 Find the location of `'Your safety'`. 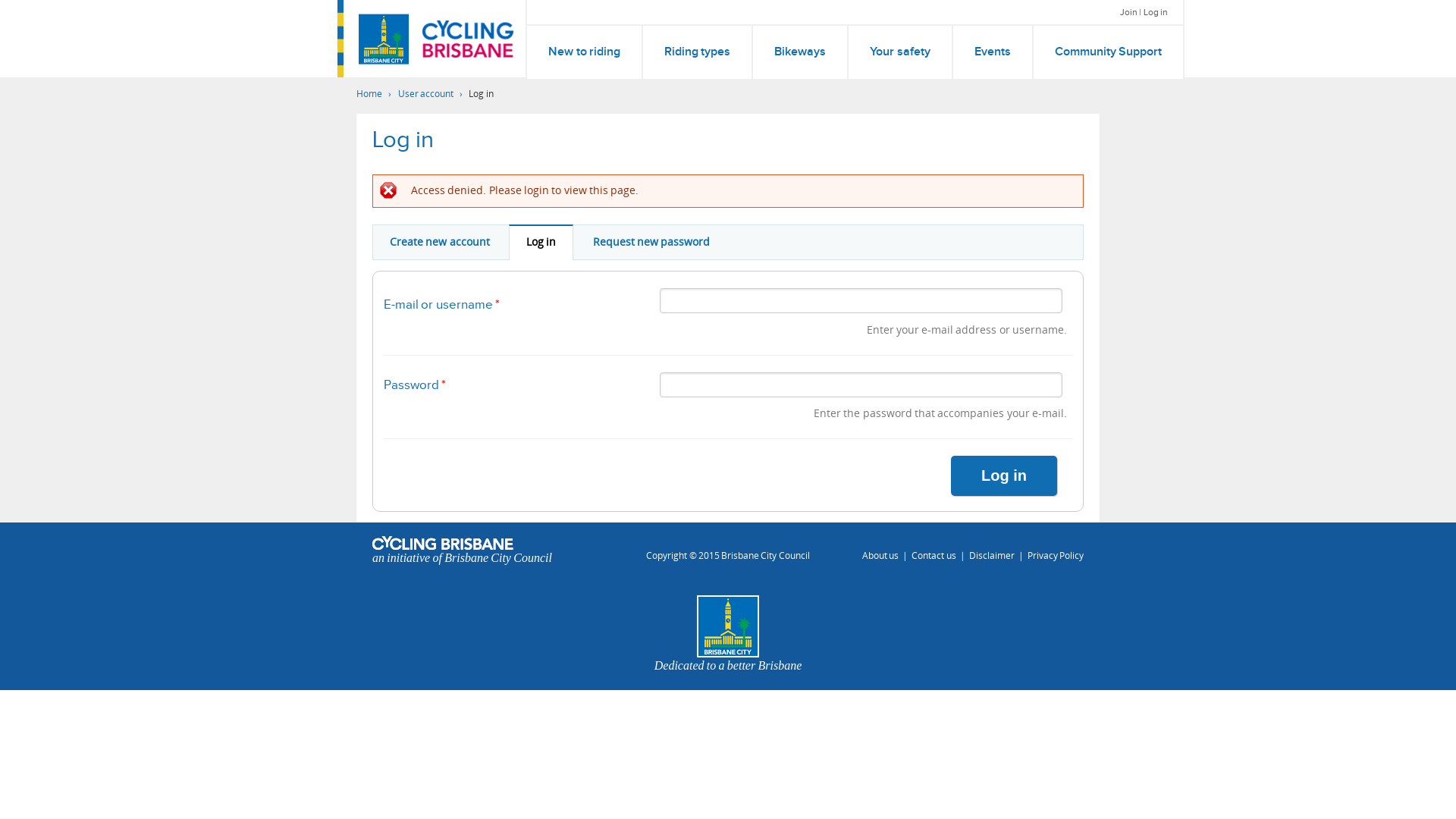

'Your safety' is located at coordinates (847, 52).